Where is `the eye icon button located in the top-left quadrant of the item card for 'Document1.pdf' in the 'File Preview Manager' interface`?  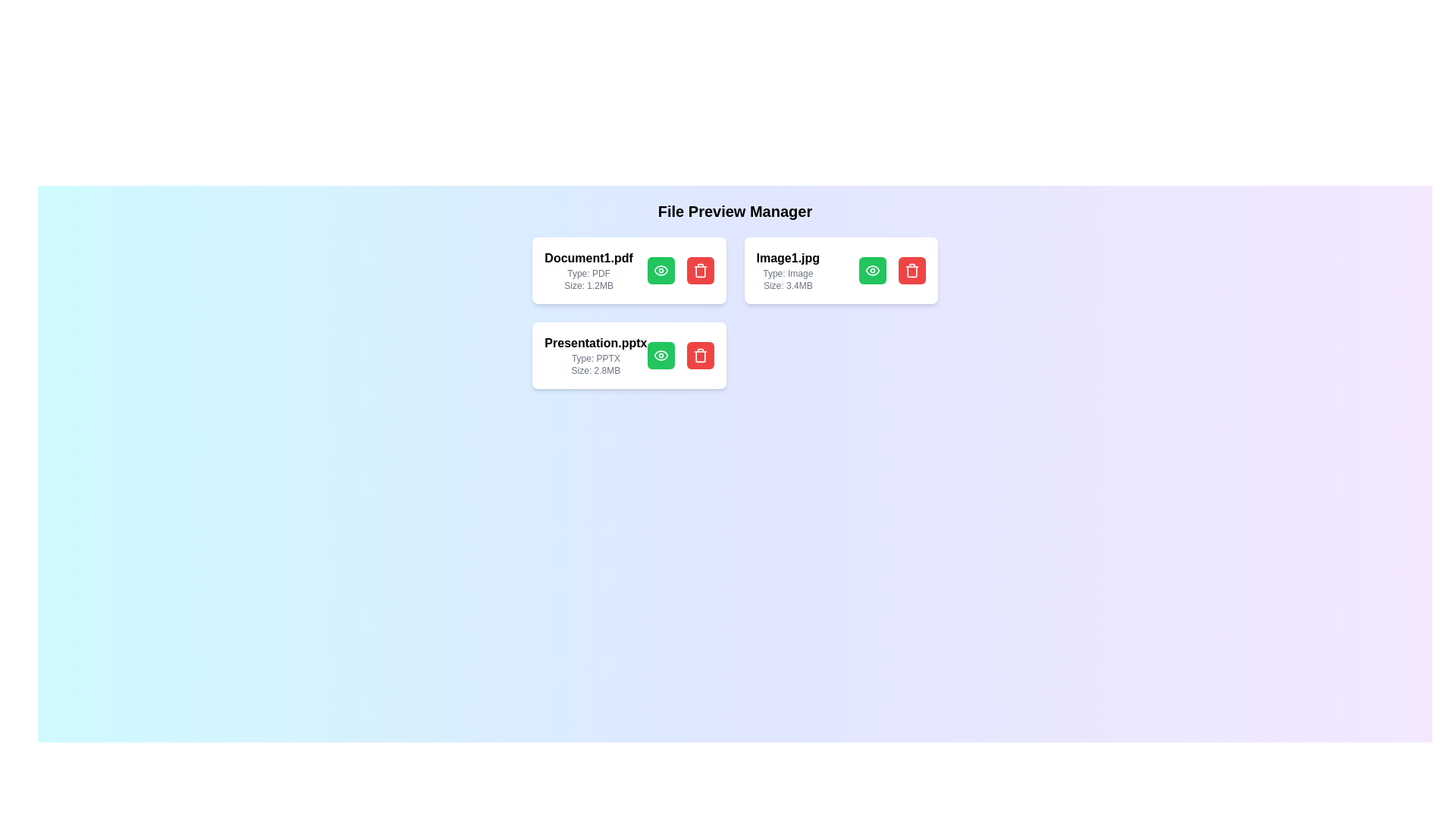 the eye icon button located in the top-left quadrant of the item card for 'Document1.pdf' in the 'File Preview Manager' interface is located at coordinates (661, 270).